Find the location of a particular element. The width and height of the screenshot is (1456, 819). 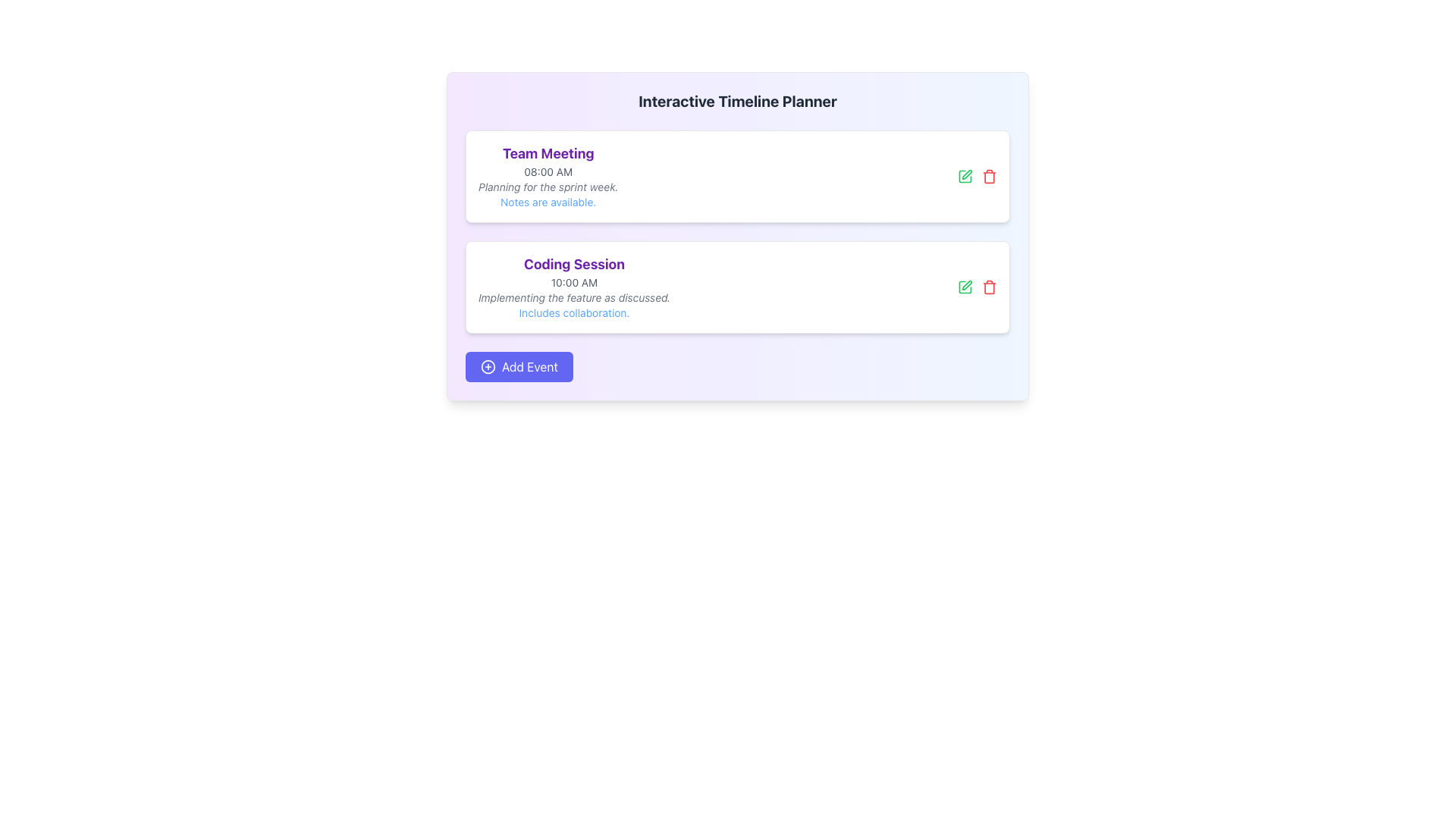

the static label that reads 'Planning for the sprint week.' styled in gray italicized font, located below '08:00 AM' and above 'Notes are available.' is located at coordinates (548, 186).